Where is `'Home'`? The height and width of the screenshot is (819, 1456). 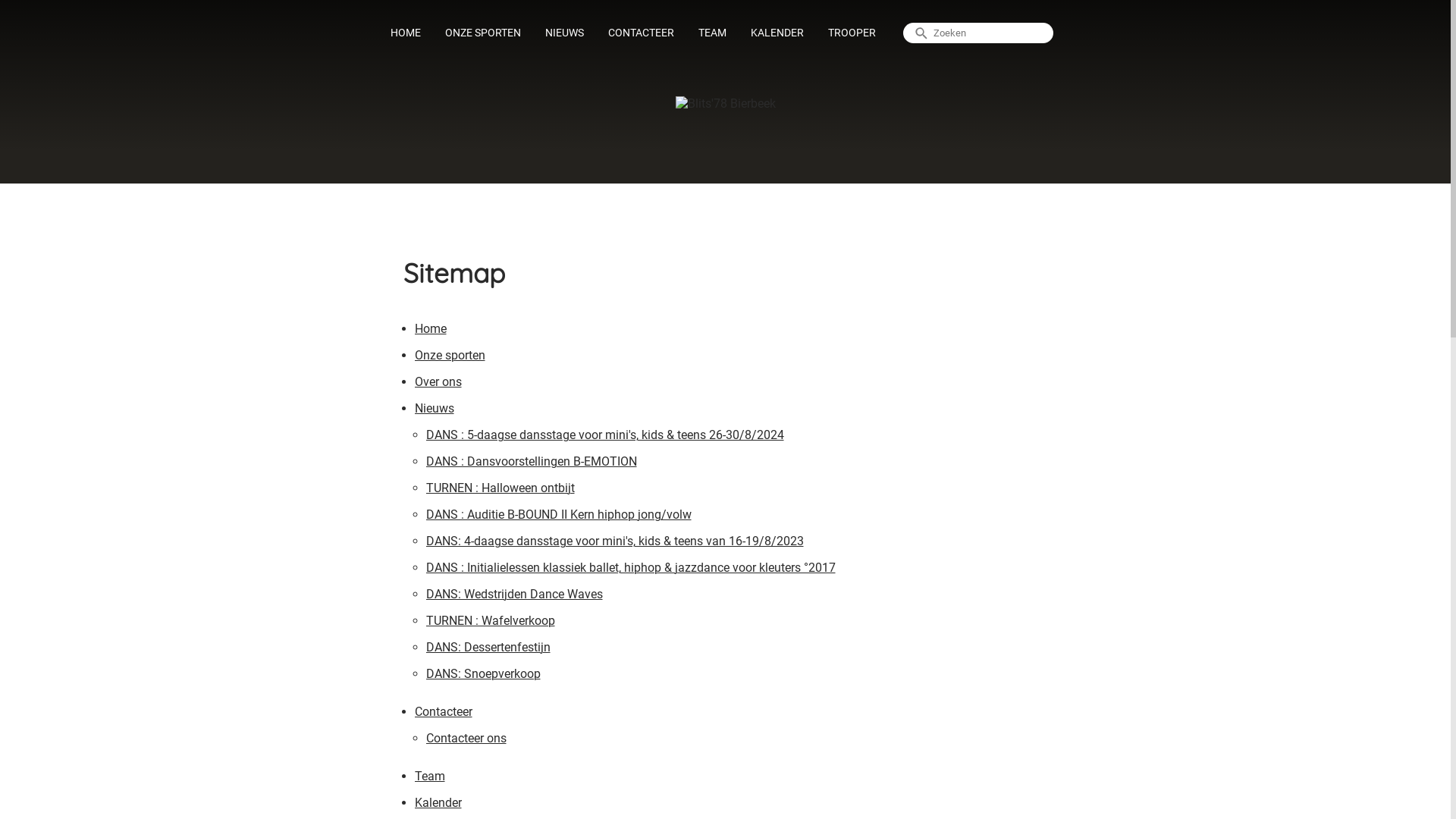
'Home' is located at coordinates (428, 330).